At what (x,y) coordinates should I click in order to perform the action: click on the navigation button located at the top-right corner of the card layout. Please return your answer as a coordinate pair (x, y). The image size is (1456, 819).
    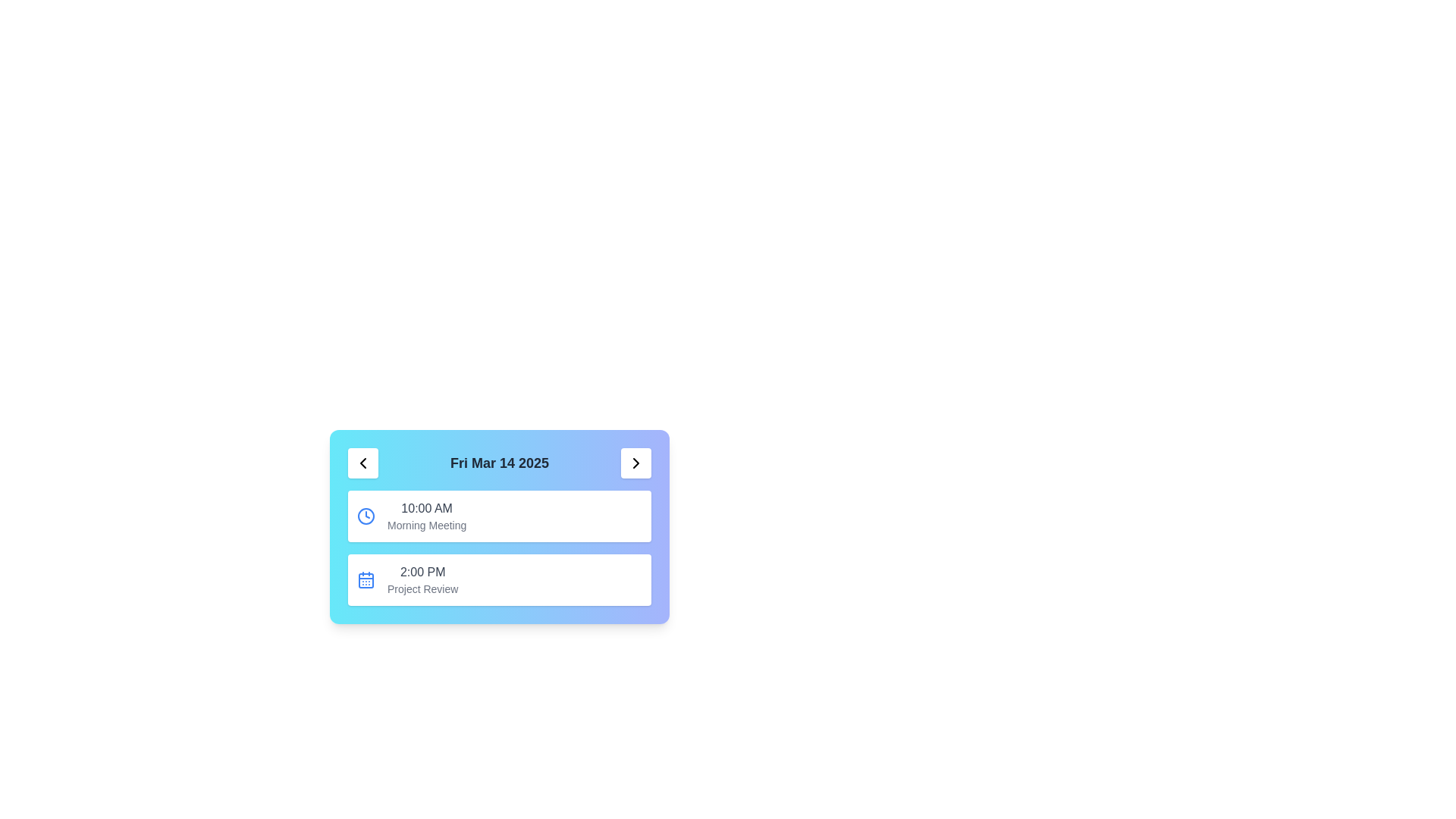
    Looking at the image, I should click on (636, 462).